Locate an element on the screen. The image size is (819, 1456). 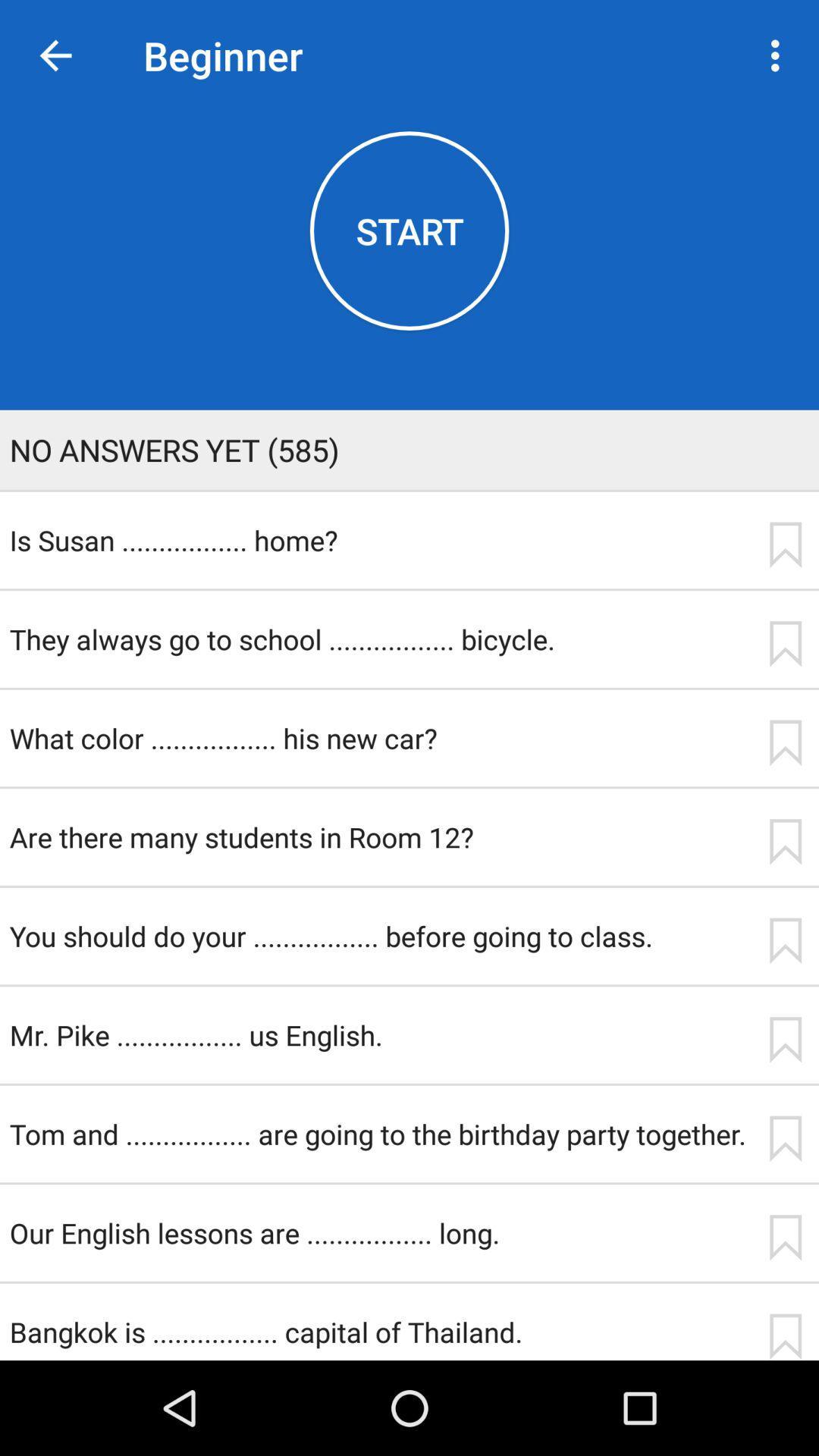
save is located at coordinates (785, 841).